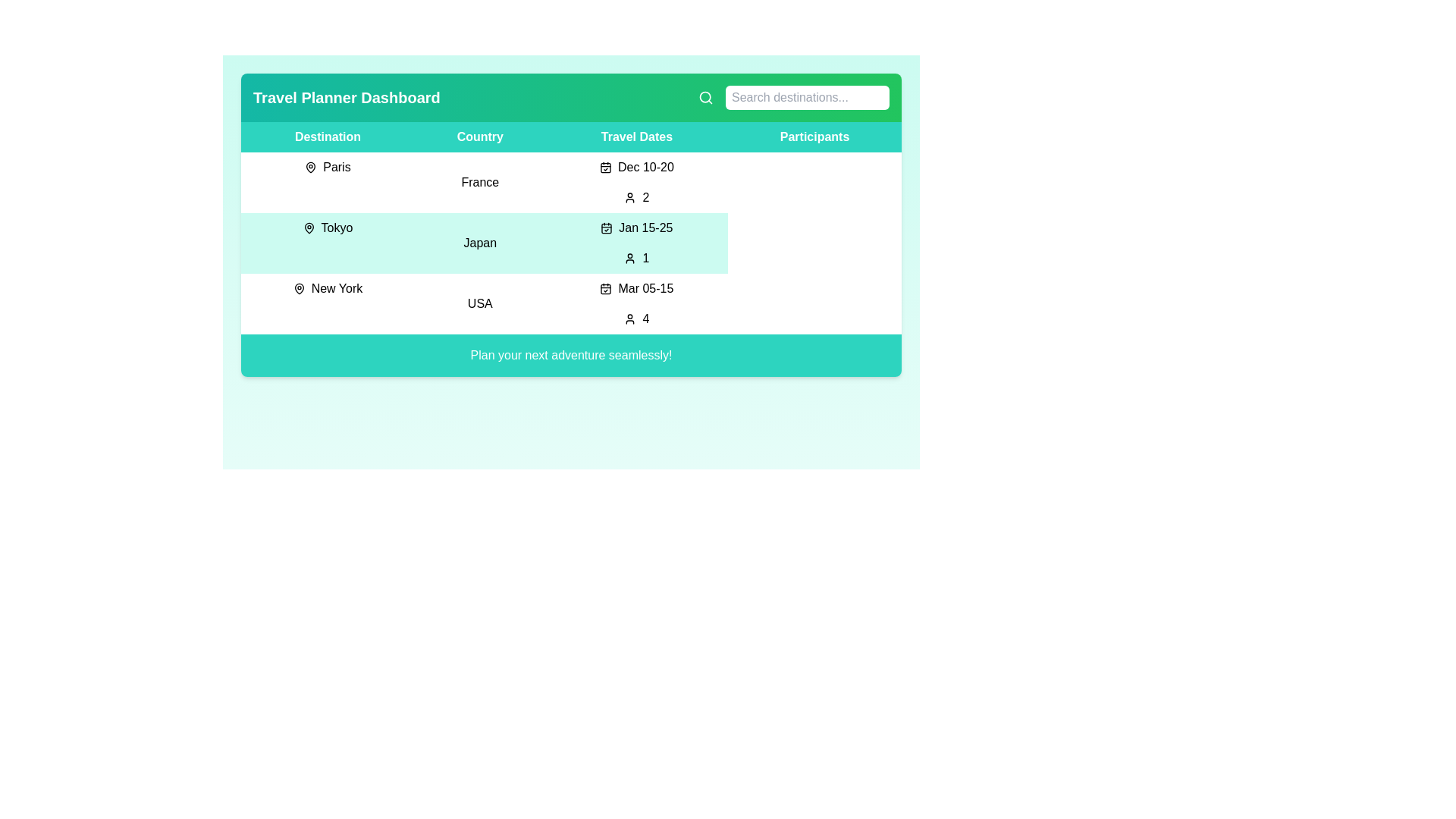 The width and height of the screenshot is (1456, 819). I want to click on the travel dates icon located to the left of the text 'Mar 05-15' in the table row for context, so click(605, 289).